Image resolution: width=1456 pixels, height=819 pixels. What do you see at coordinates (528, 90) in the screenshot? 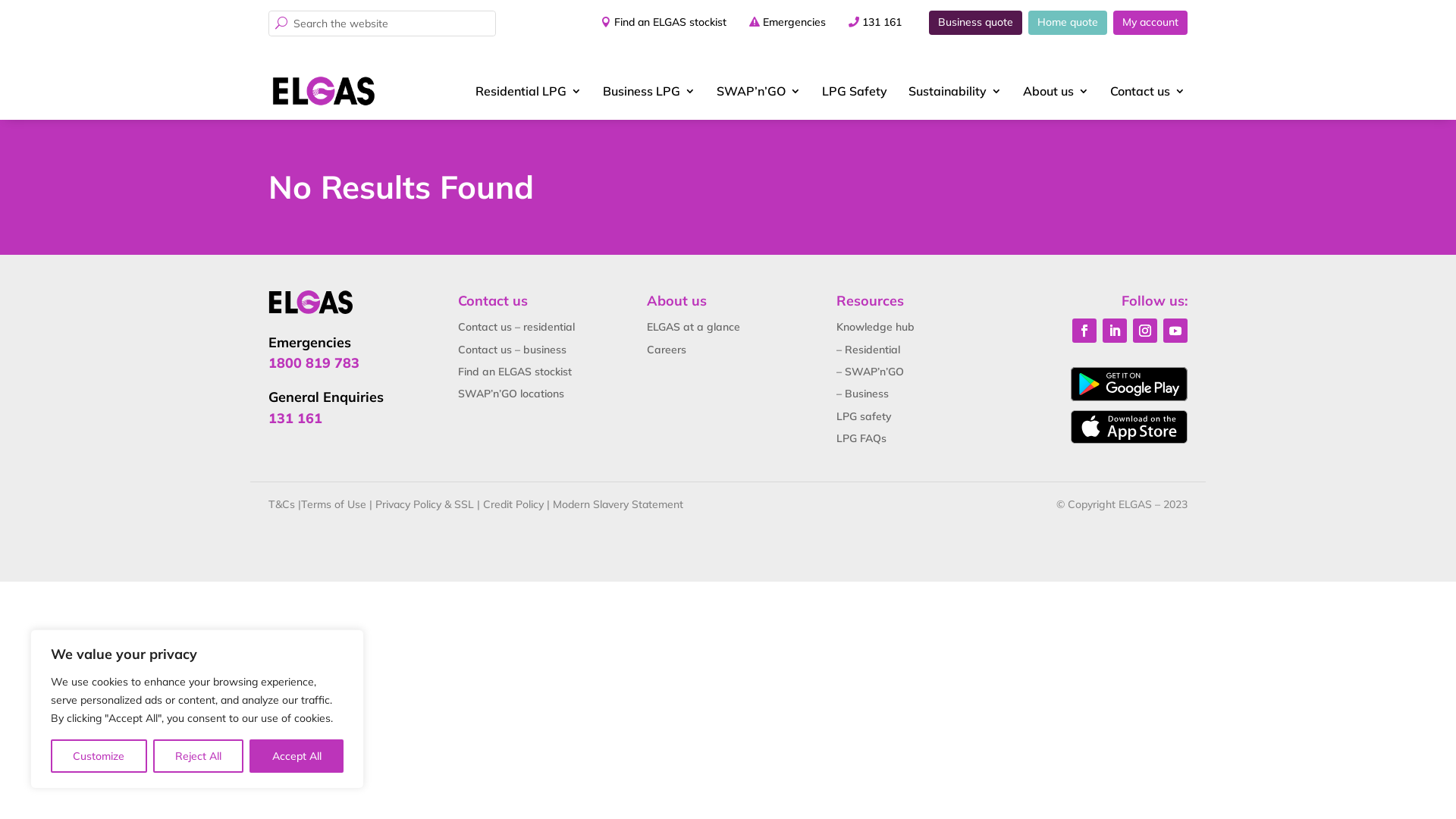
I see `'Residential LPG'` at bounding box center [528, 90].